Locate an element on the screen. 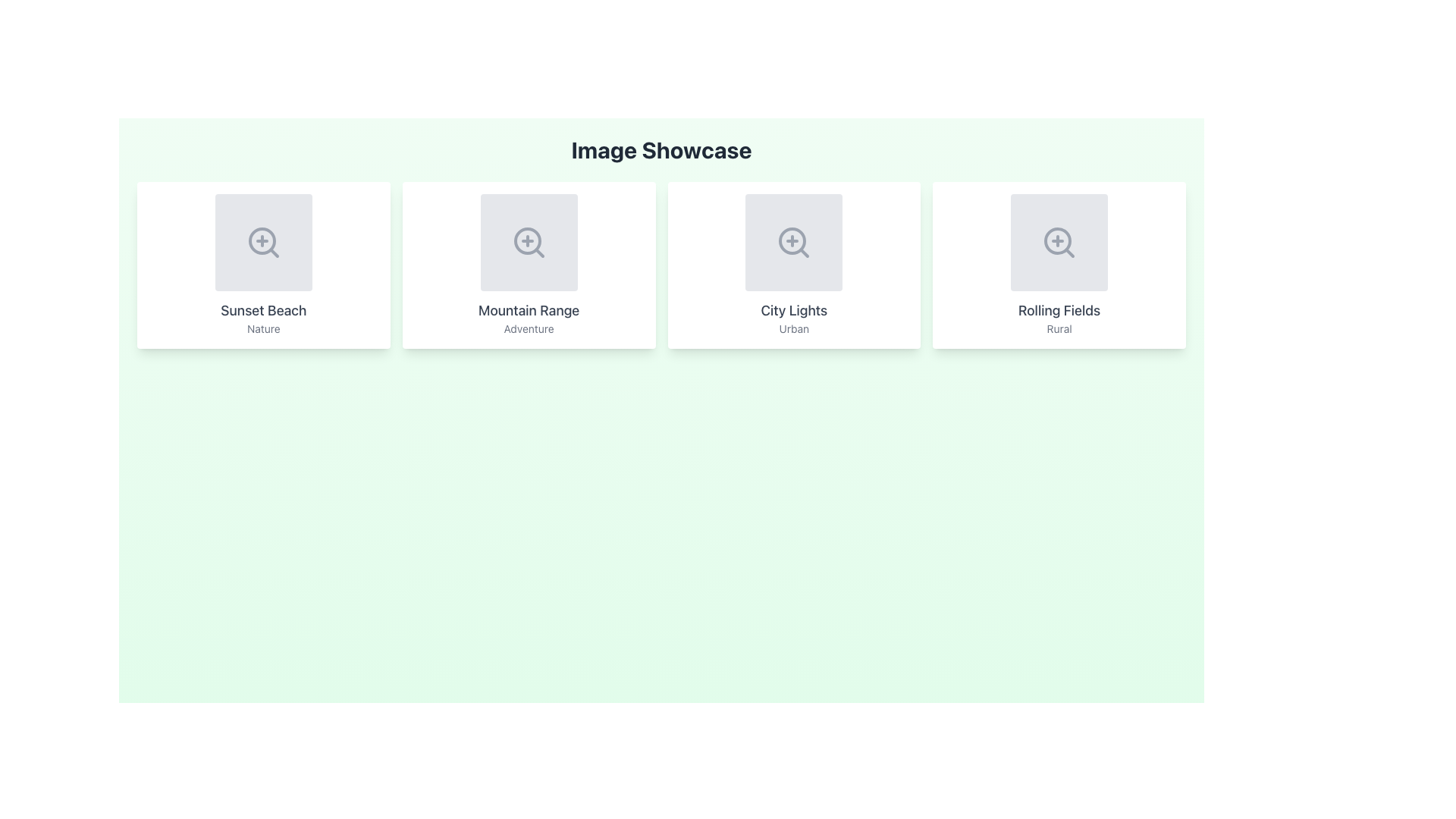 The width and height of the screenshot is (1456, 819). the inner plus sign of the zoom-in magnifying glass located in the third column of the 'Image Showcase' row, specifically within the 'City Lights' card is located at coordinates (792, 240).